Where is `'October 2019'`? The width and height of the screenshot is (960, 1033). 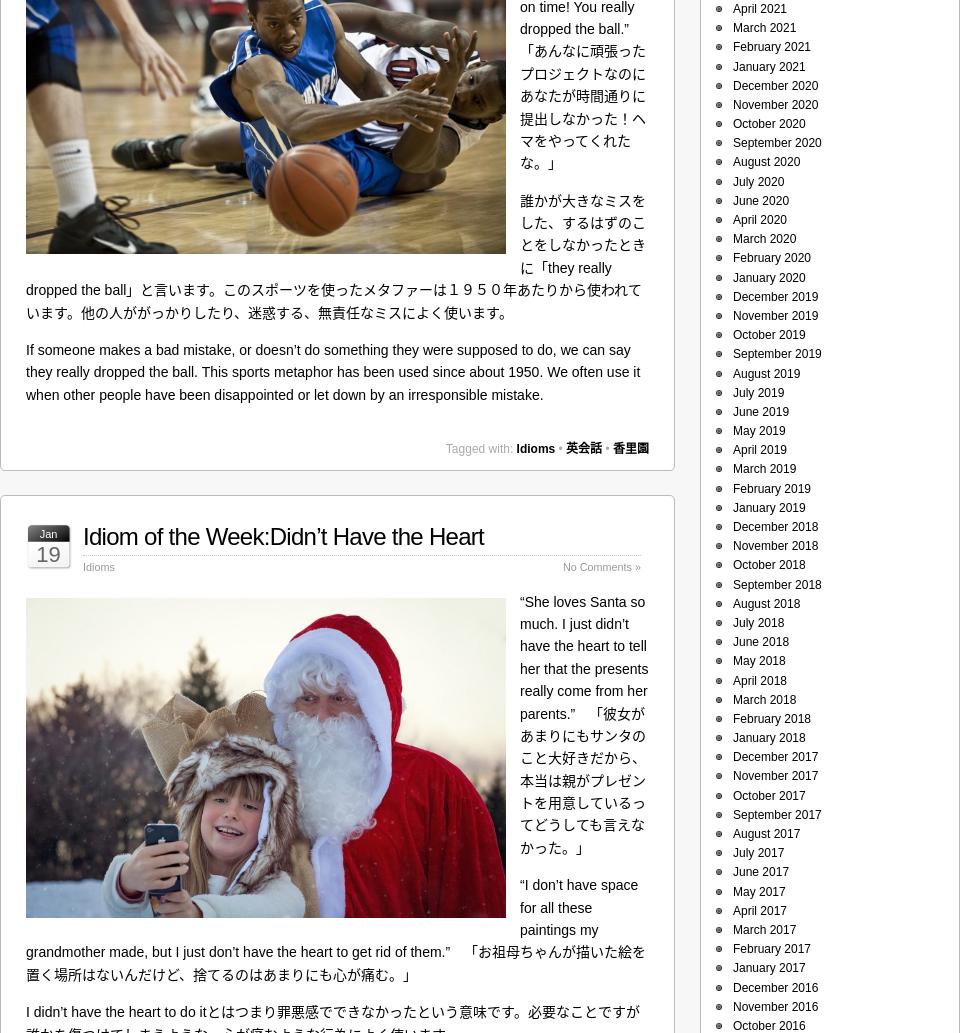 'October 2019' is located at coordinates (767, 334).